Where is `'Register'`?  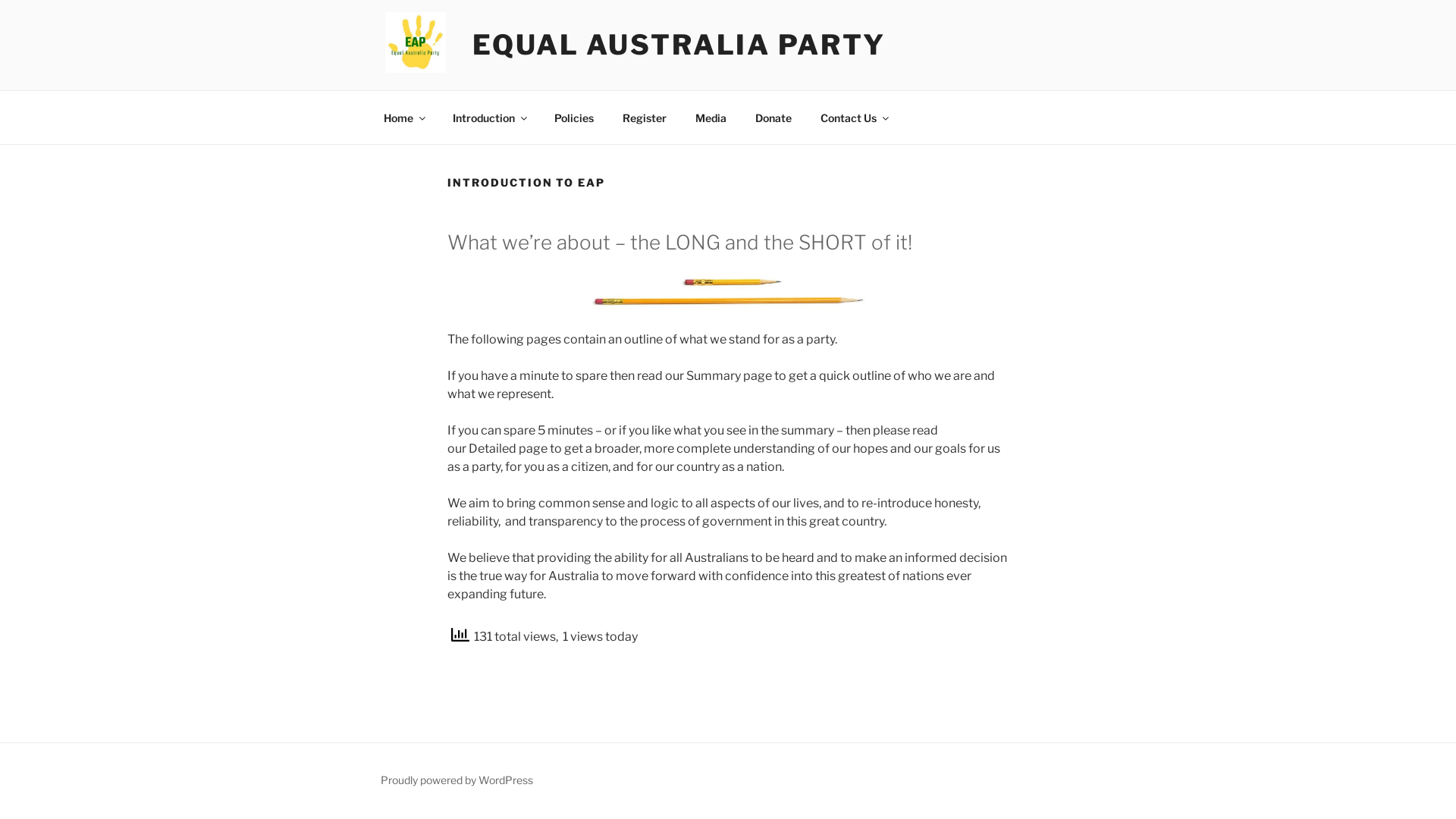 'Register' is located at coordinates (608, 116).